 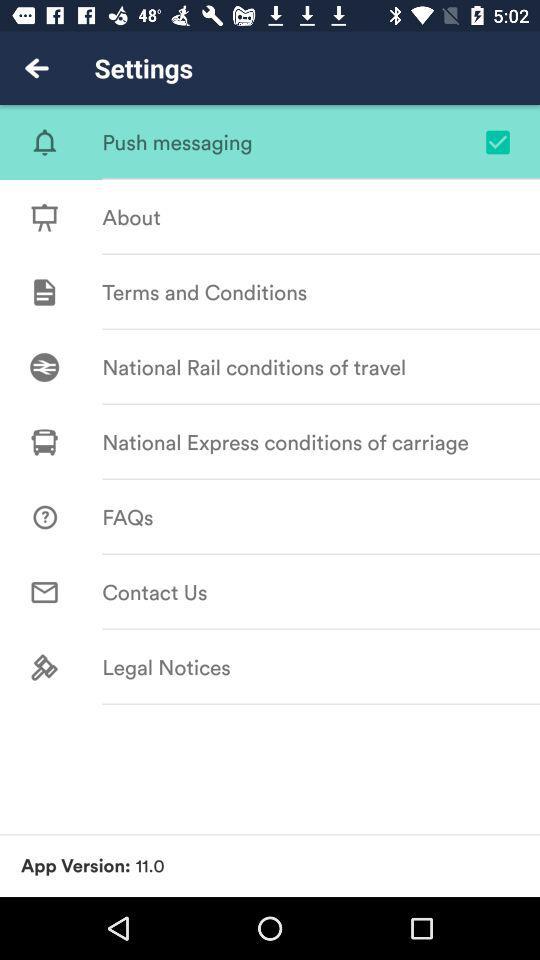 I want to click on the minus icon, so click(x=489, y=262).